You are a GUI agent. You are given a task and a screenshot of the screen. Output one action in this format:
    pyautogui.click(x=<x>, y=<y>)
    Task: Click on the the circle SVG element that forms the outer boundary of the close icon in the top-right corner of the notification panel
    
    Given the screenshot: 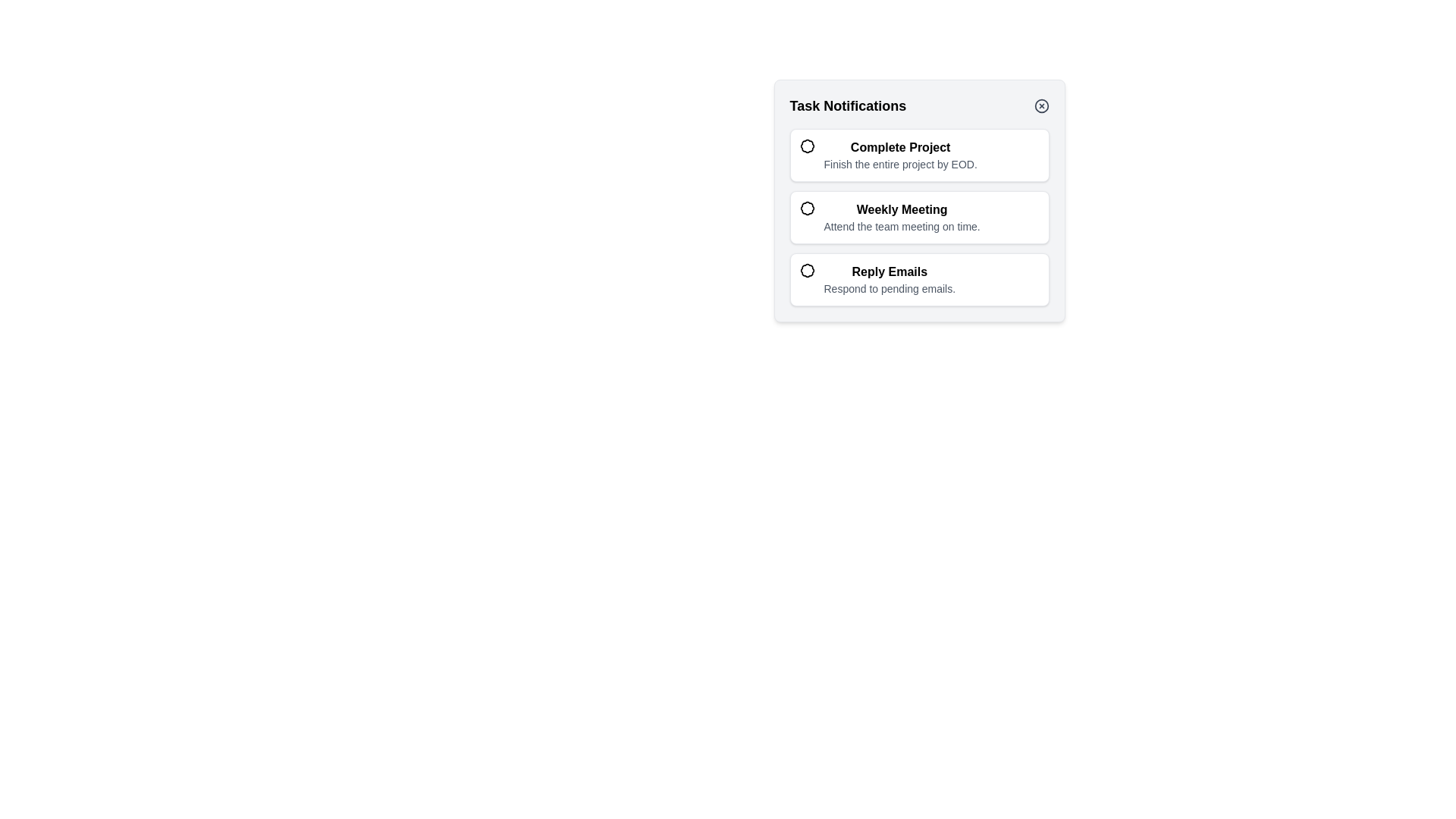 What is the action you would take?
    pyautogui.click(x=1040, y=105)
    